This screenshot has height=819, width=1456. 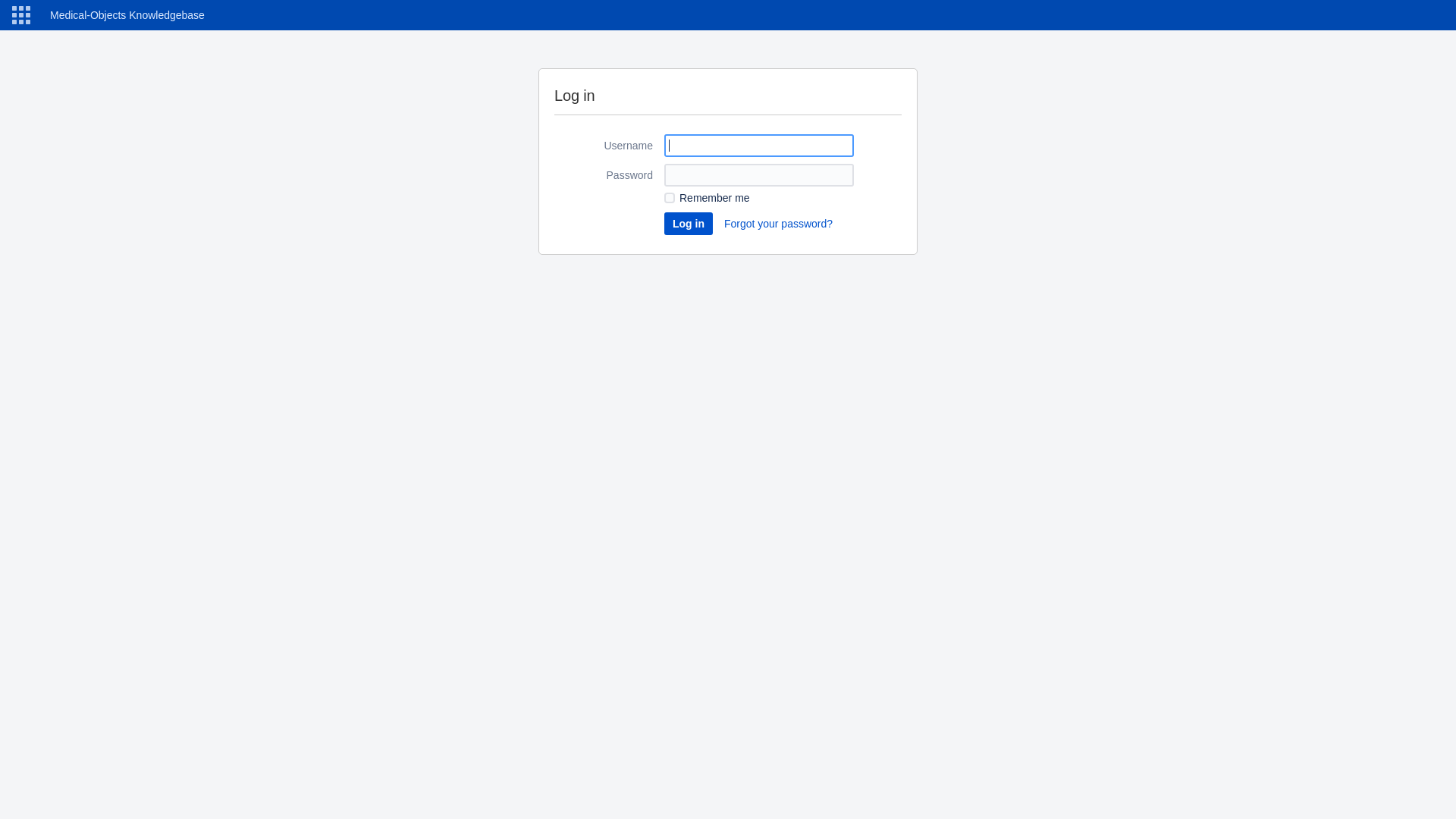 What do you see at coordinates (723, 223) in the screenshot?
I see `'Forgot your password?'` at bounding box center [723, 223].